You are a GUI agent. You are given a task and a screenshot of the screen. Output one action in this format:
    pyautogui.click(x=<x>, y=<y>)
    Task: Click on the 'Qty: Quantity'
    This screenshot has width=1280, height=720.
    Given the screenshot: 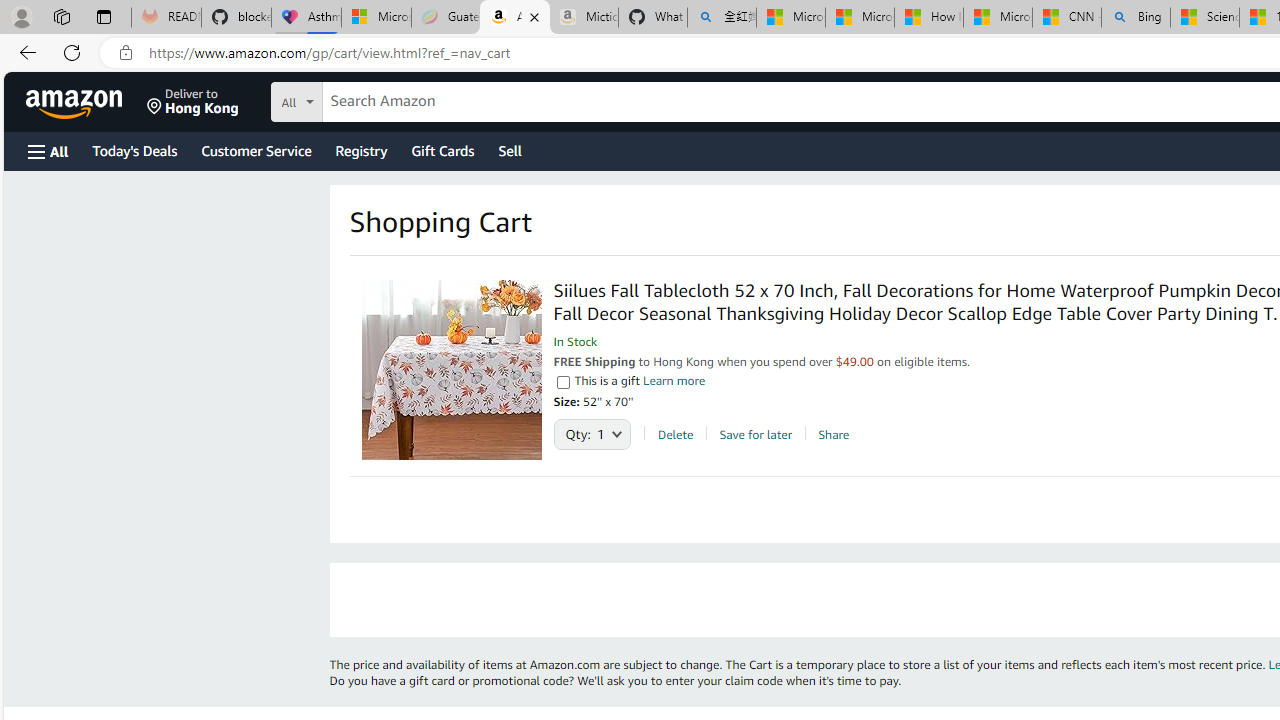 What is the action you would take?
    pyautogui.click(x=591, y=428)
    